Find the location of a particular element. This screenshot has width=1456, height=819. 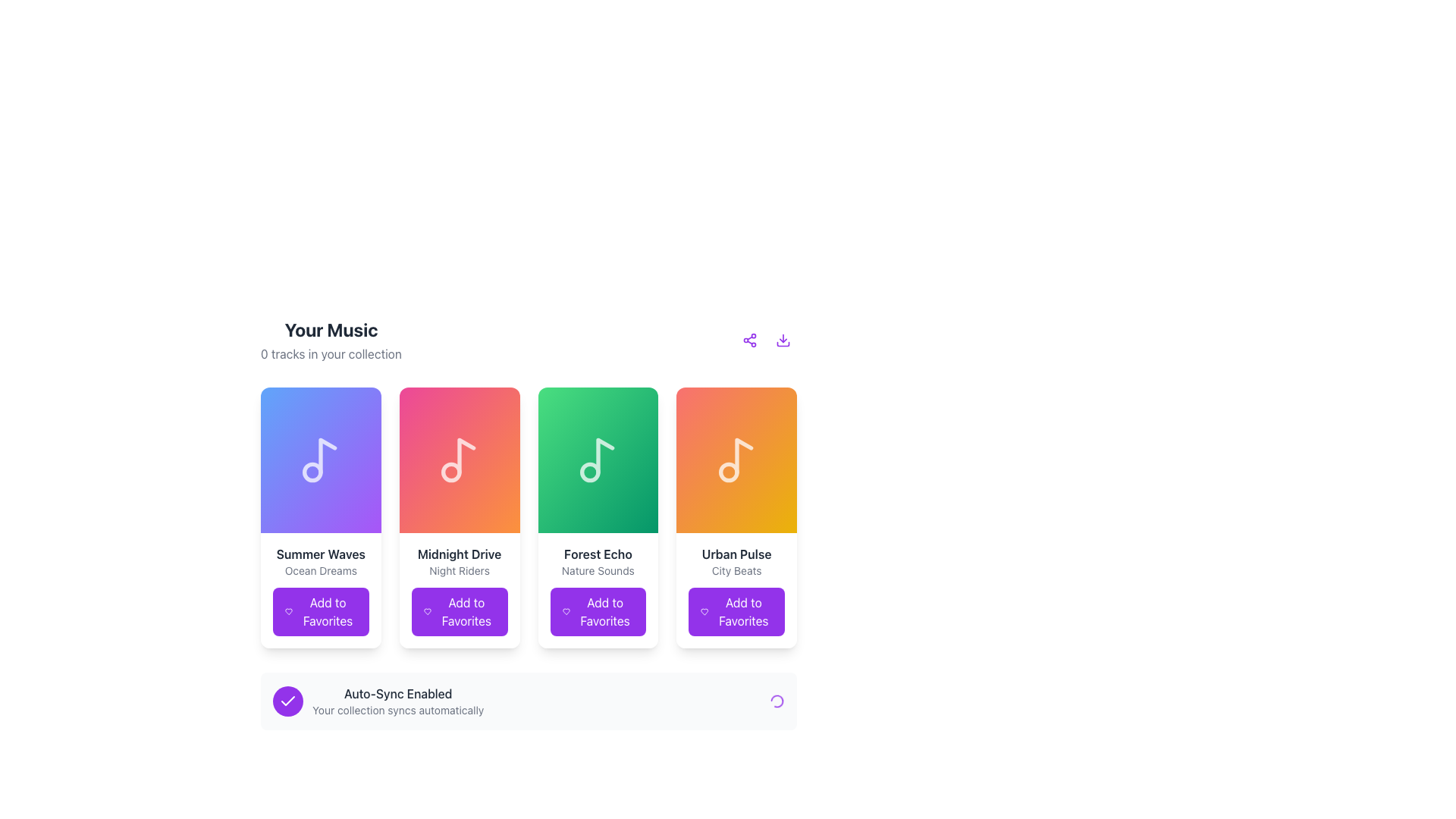

the 'Auto-Sync' enabled icon located to the left of the text 'Auto-Sync Enabled' and 'Your collection syncs automatically' is located at coordinates (287, 701).